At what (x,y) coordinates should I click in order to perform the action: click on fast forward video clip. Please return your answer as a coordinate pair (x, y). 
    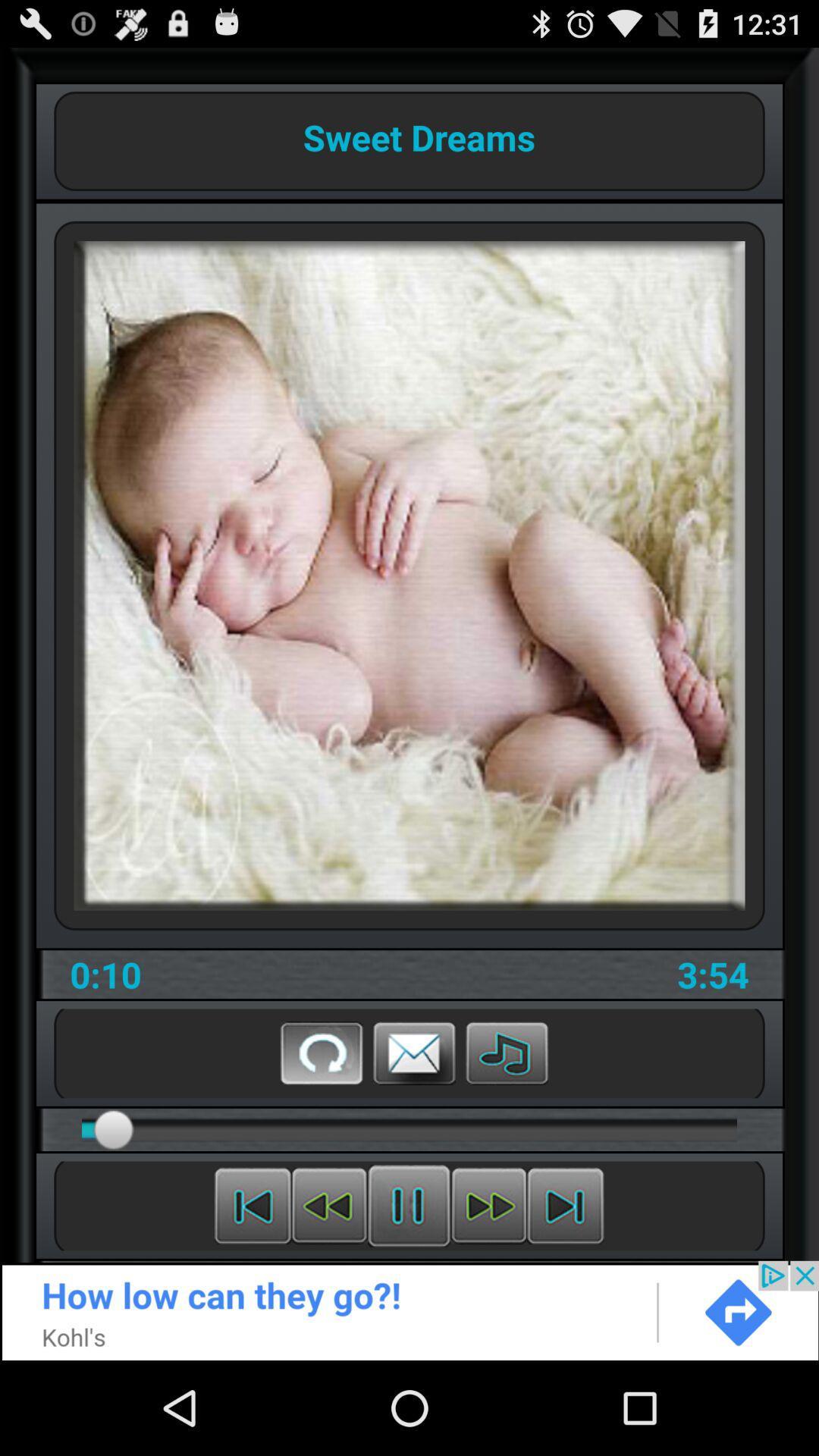
    Looking at the image, I should click on (565, 1205).